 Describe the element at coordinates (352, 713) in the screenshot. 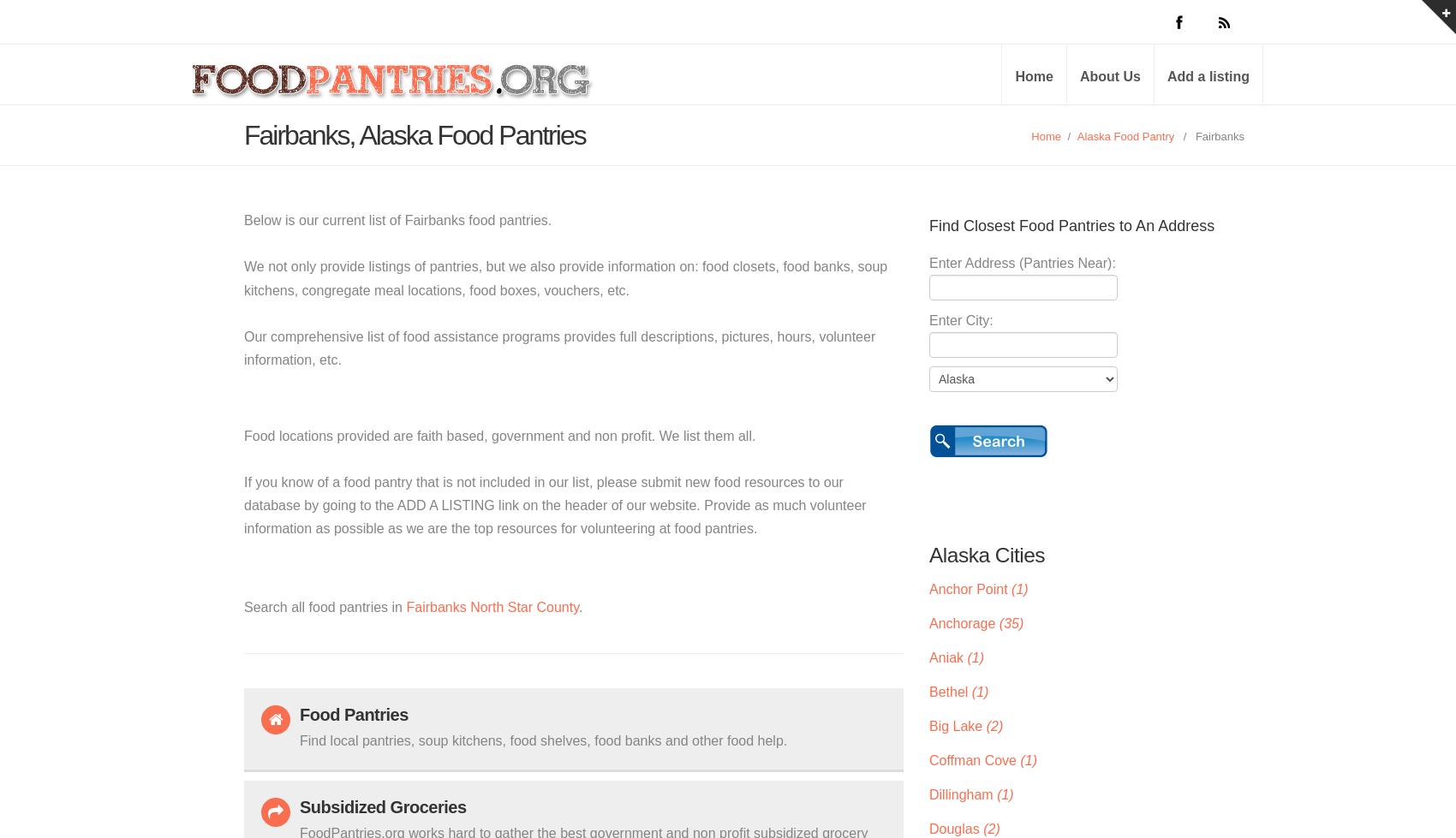

I see `'Food Pantries'` at that location.